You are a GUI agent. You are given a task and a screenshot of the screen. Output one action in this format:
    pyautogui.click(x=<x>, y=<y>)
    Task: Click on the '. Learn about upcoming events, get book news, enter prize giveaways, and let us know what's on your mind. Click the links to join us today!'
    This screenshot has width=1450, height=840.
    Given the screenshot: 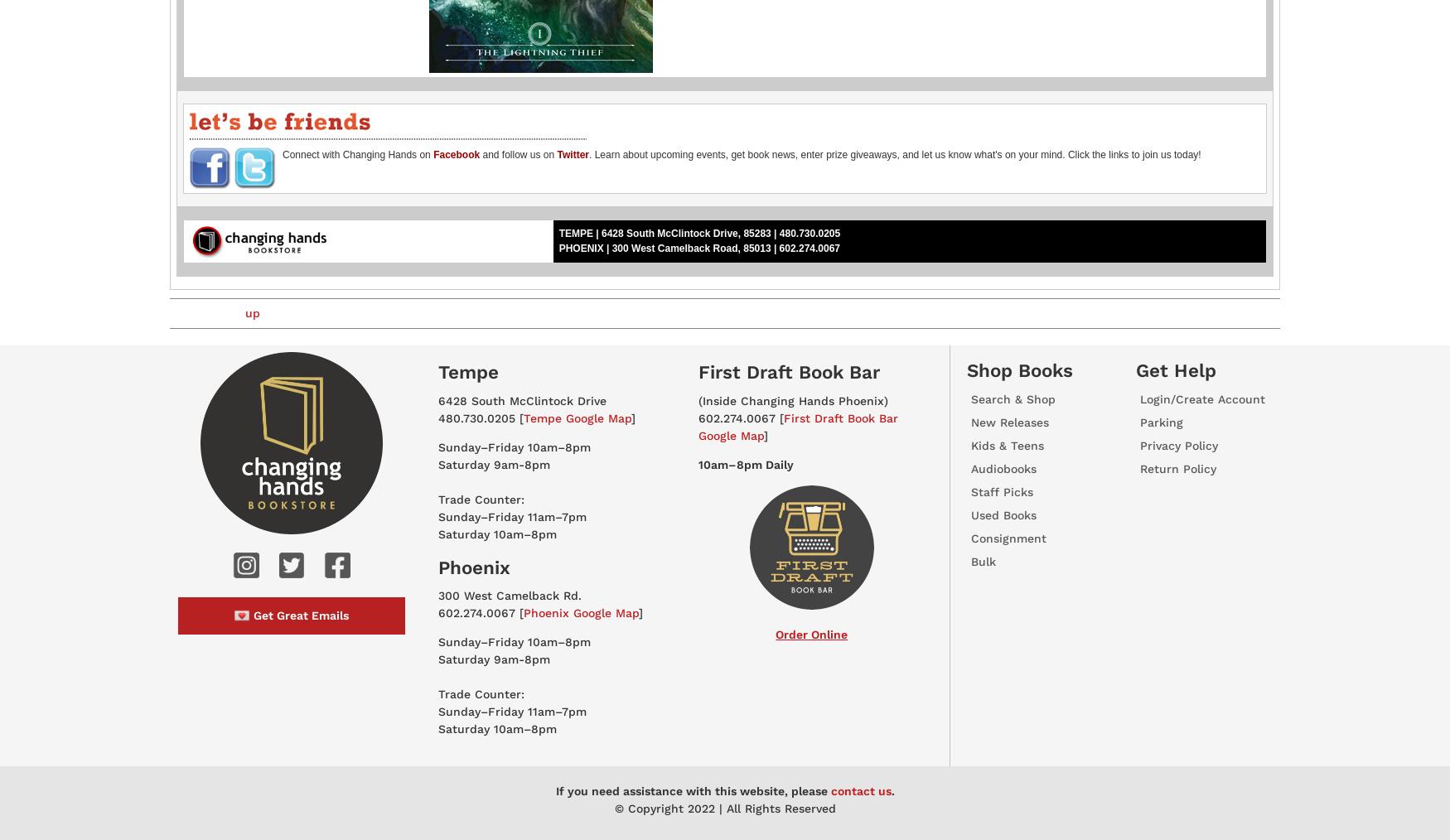 What is the action you would take?
    pyautogui.click(x=894, y=152)
    